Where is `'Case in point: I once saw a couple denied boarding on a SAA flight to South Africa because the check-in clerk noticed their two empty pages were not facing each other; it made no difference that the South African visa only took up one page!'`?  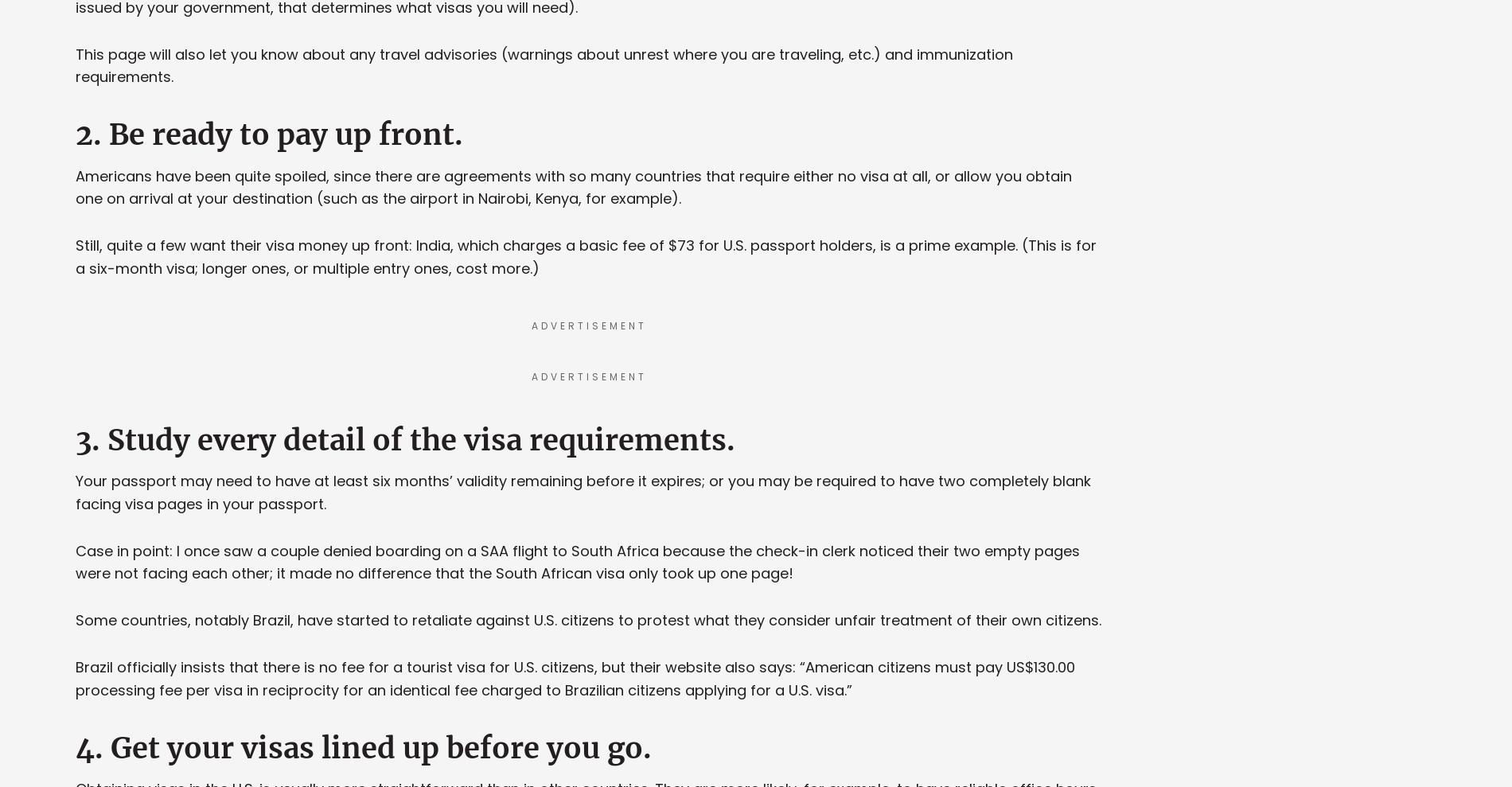
'Case in point: I once saw a couple denied boarding on a SAA flight to South Africa because the check-in clerk noticed their two empty pages were not facing each other; it made no difference that the South African visa only took up one page!' is located at coordinates (76, 561).